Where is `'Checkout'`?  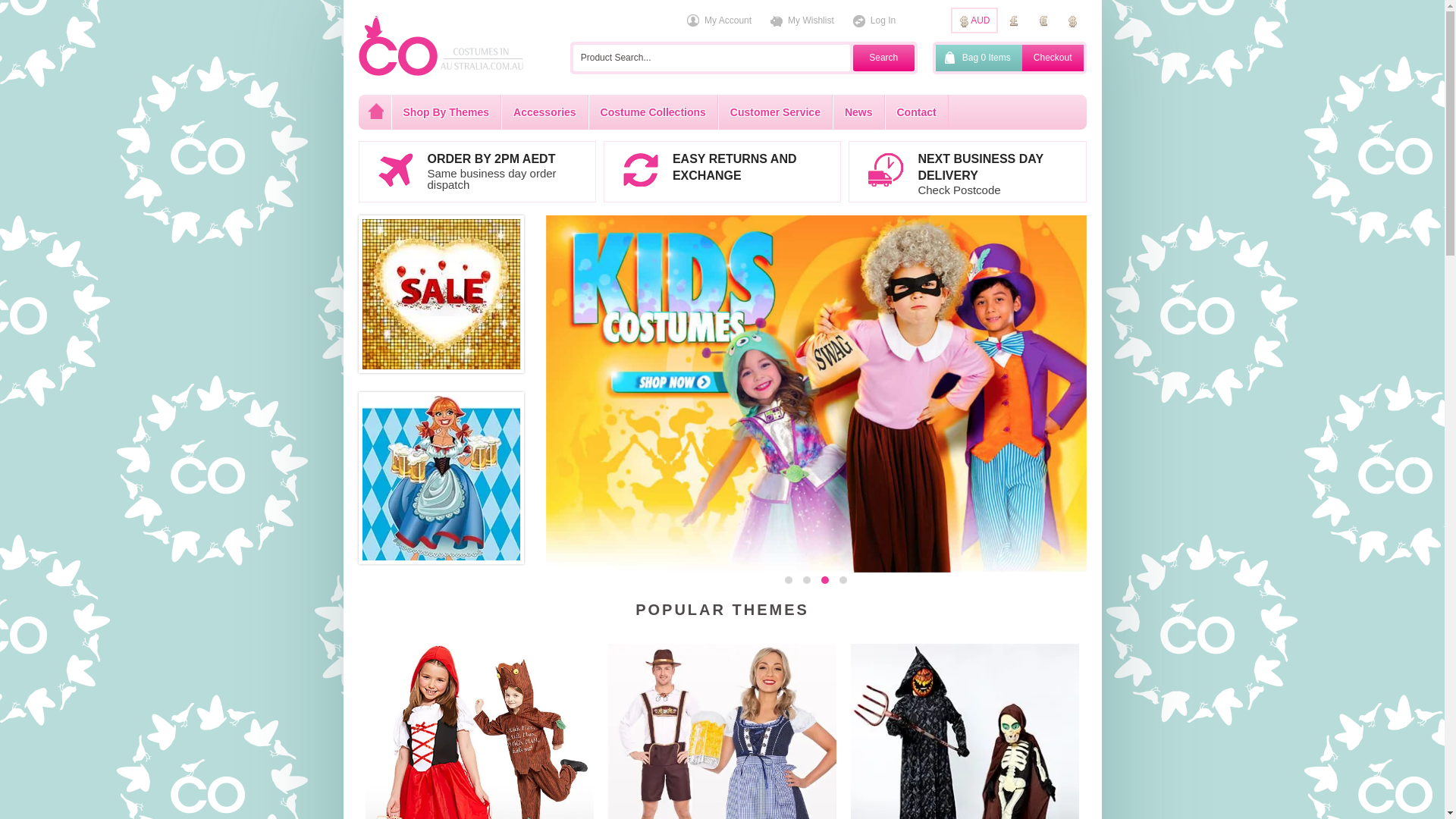 'Checkout' is located at coordinates (1052, 57).